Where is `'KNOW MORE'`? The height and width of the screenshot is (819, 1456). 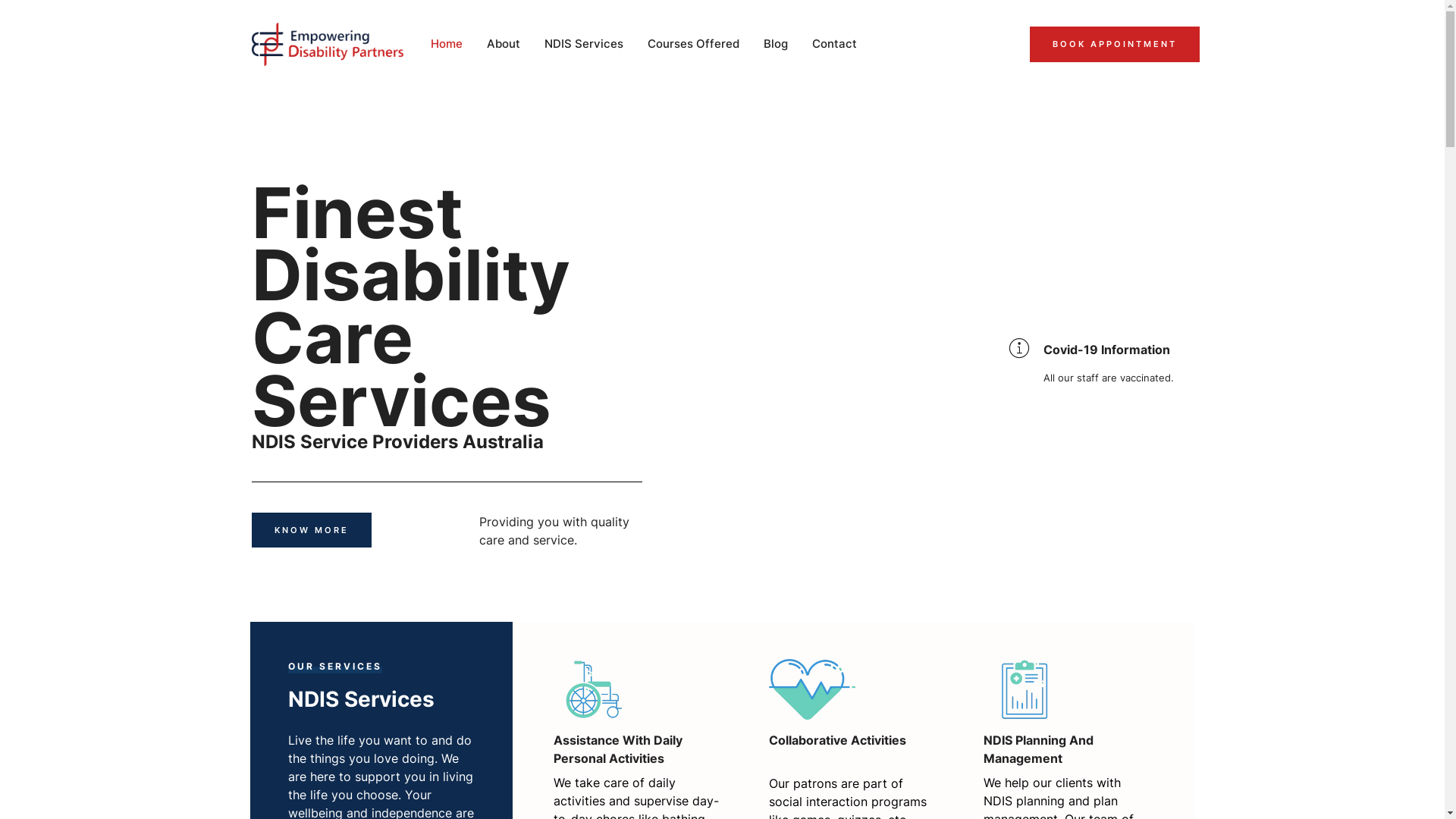
'KNOW MORE' is located at coordinates (311, 529).